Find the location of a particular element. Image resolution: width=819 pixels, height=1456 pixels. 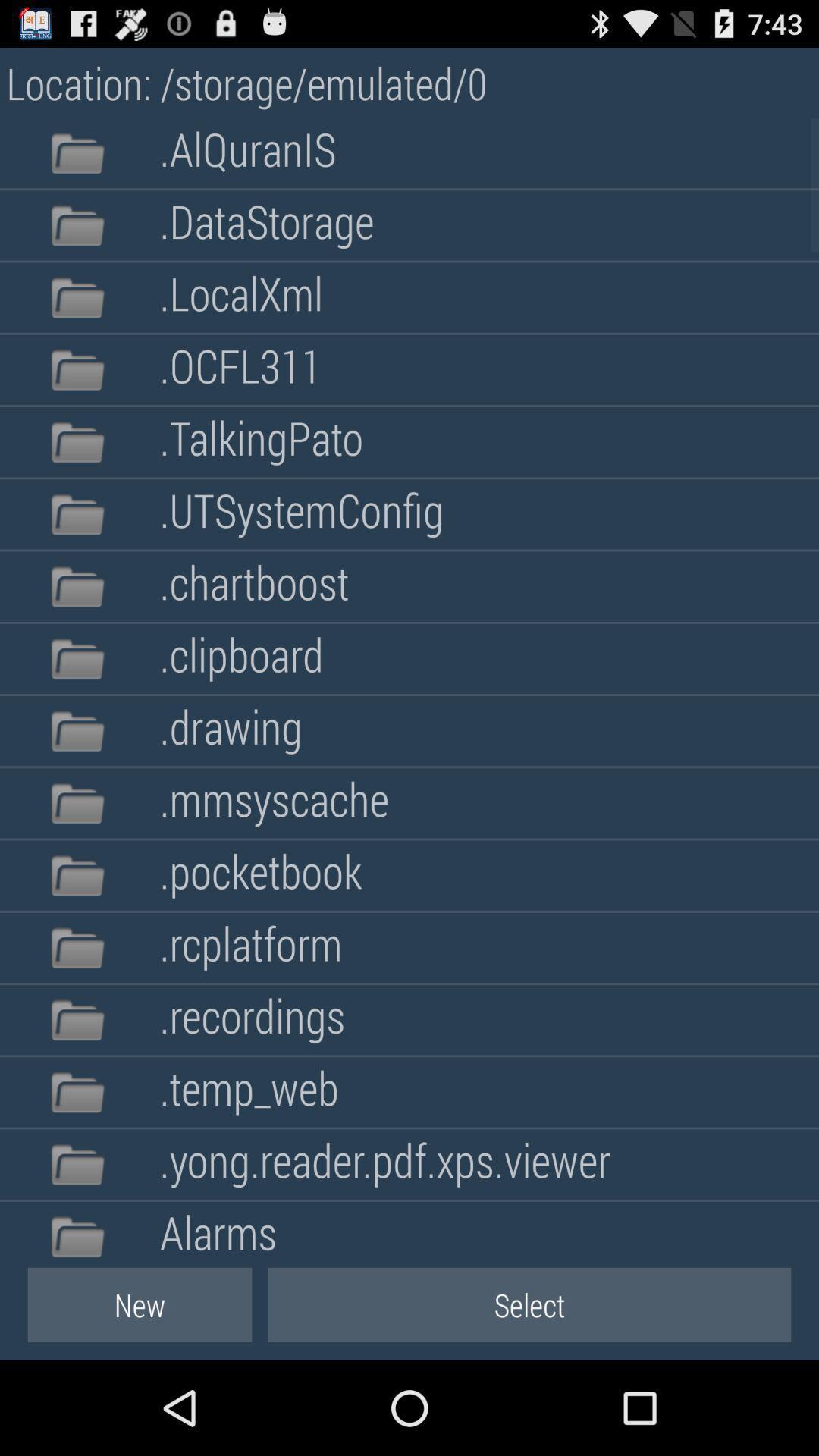

item below alarms icon is located at coordinates (529, 1304).